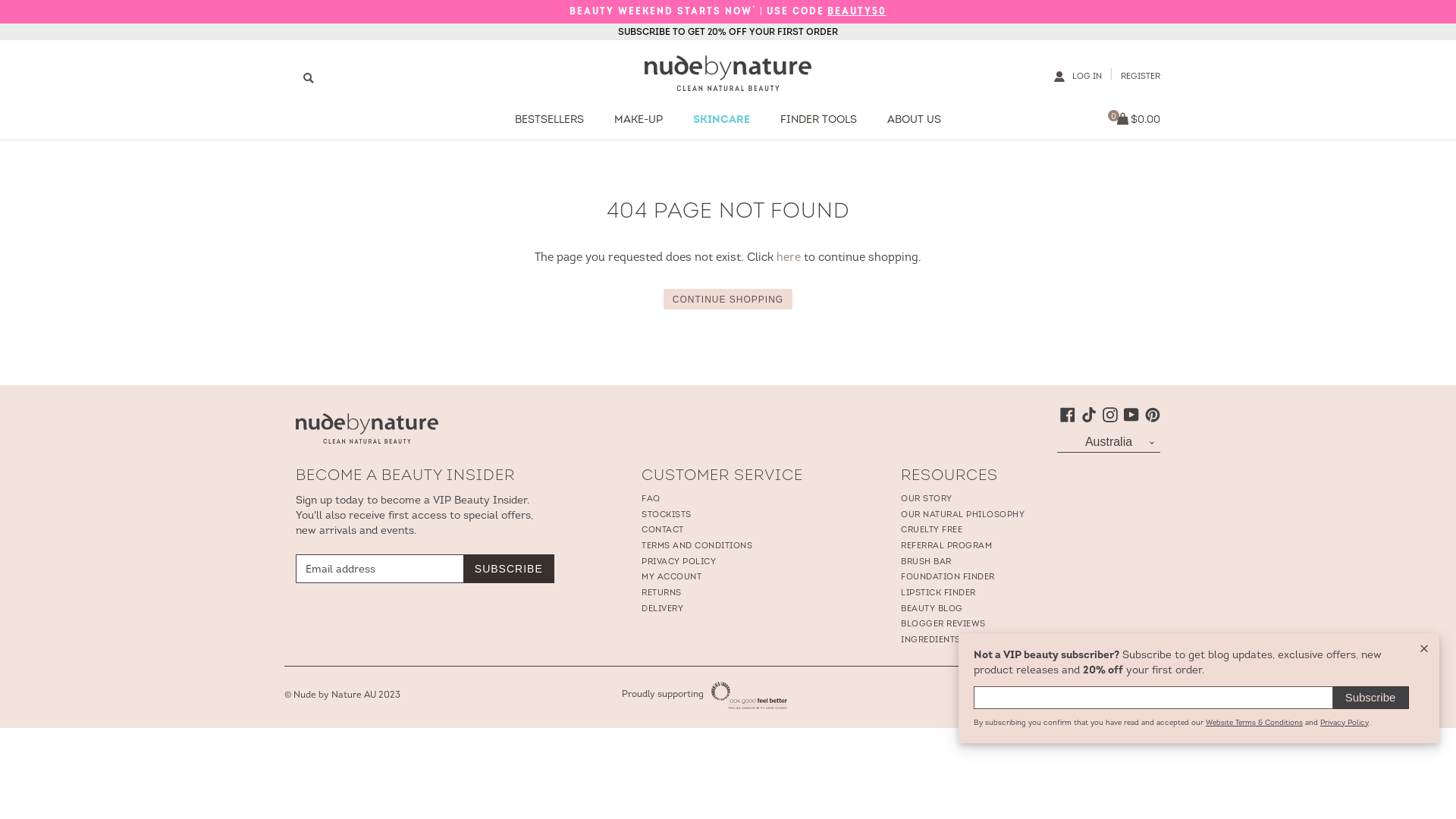  Describe the element at coordinates (926, 499) in the screenshot. I see `'OUR STORY'` at that location.